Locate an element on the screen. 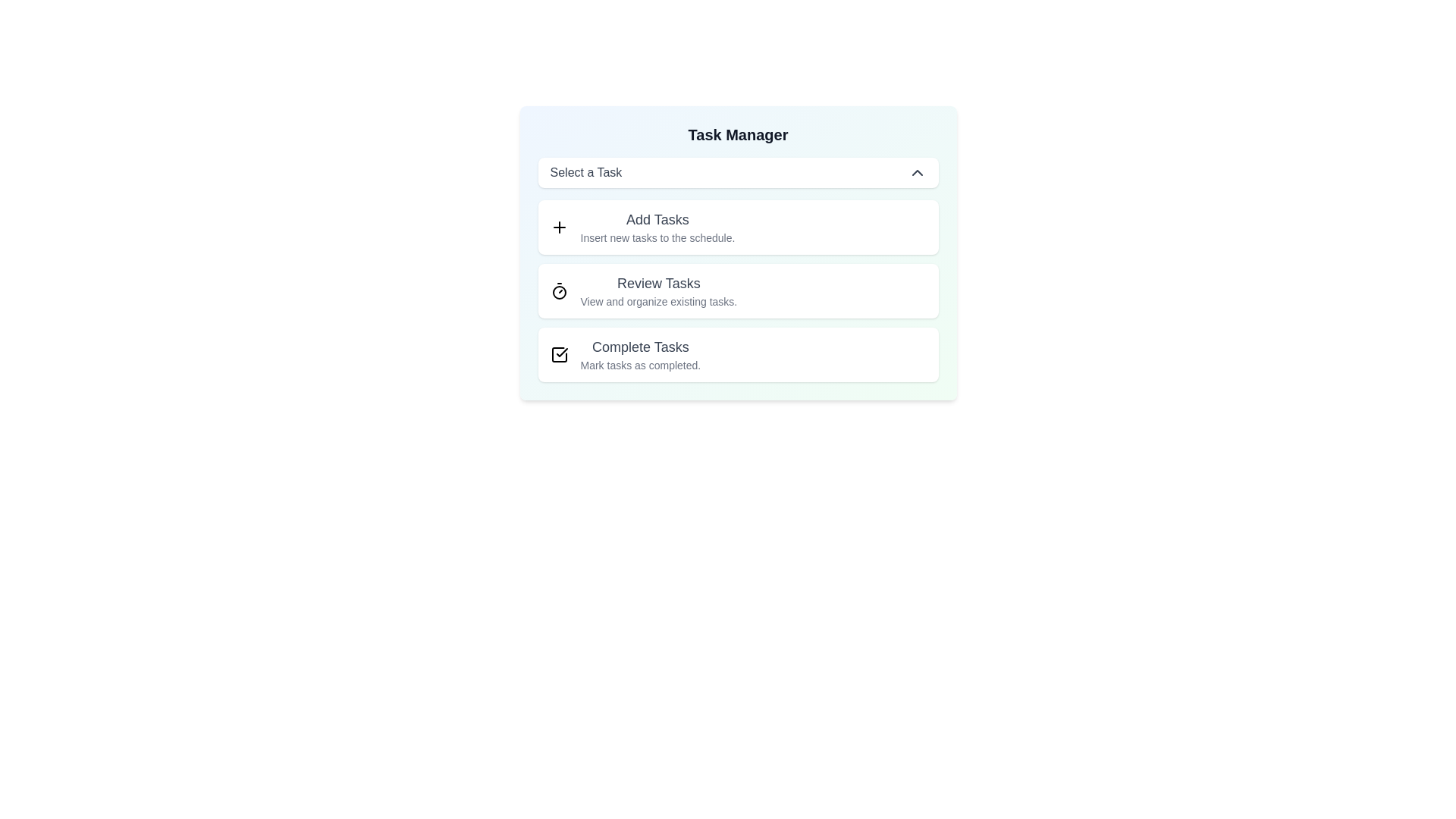  the header text 'Task Manager' is located at coordinates (738, 133).